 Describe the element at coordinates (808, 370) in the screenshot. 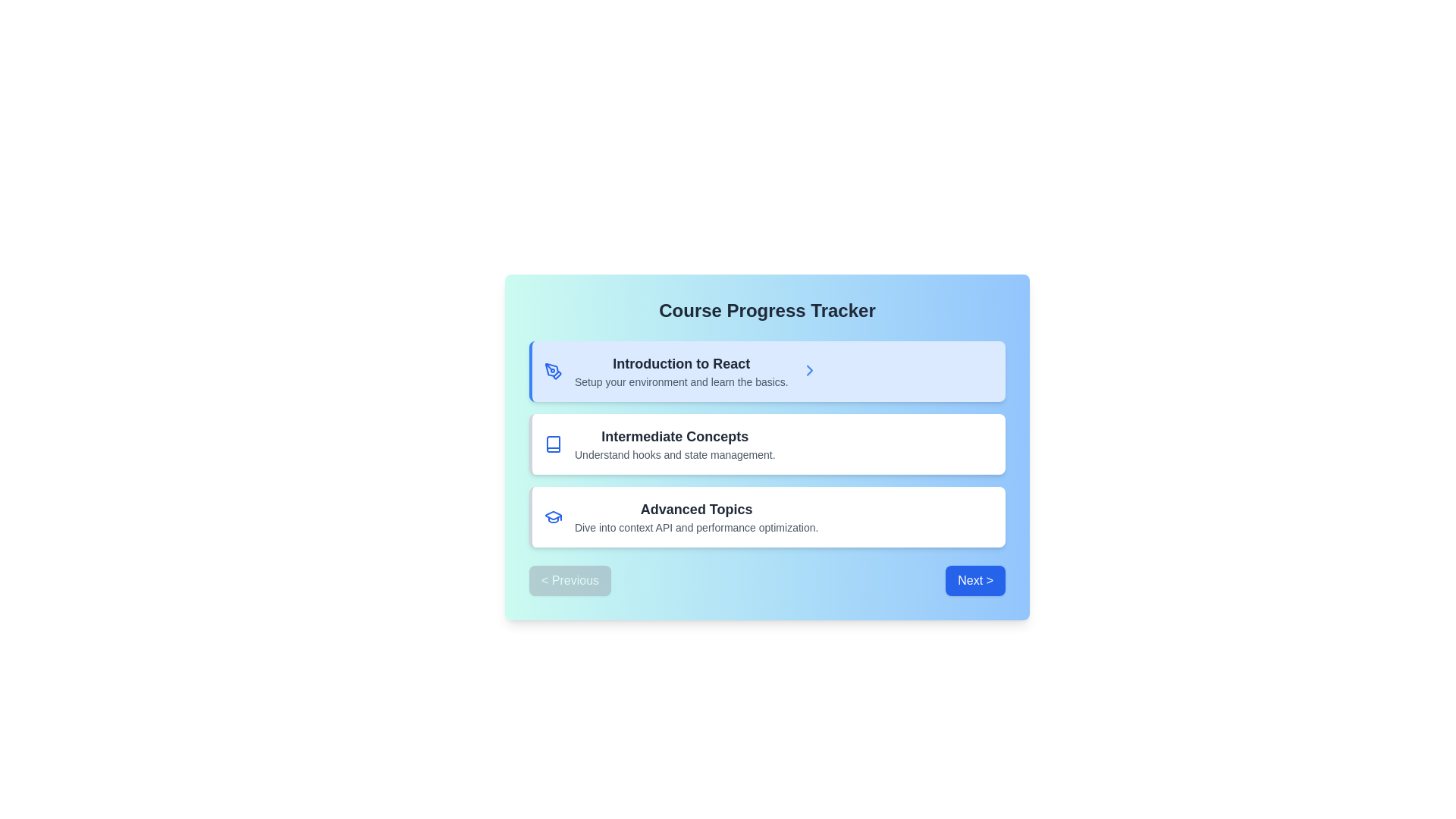

I see `the right-pointing chevron icon aligned with the 'Introduction to React' entry` at that location.